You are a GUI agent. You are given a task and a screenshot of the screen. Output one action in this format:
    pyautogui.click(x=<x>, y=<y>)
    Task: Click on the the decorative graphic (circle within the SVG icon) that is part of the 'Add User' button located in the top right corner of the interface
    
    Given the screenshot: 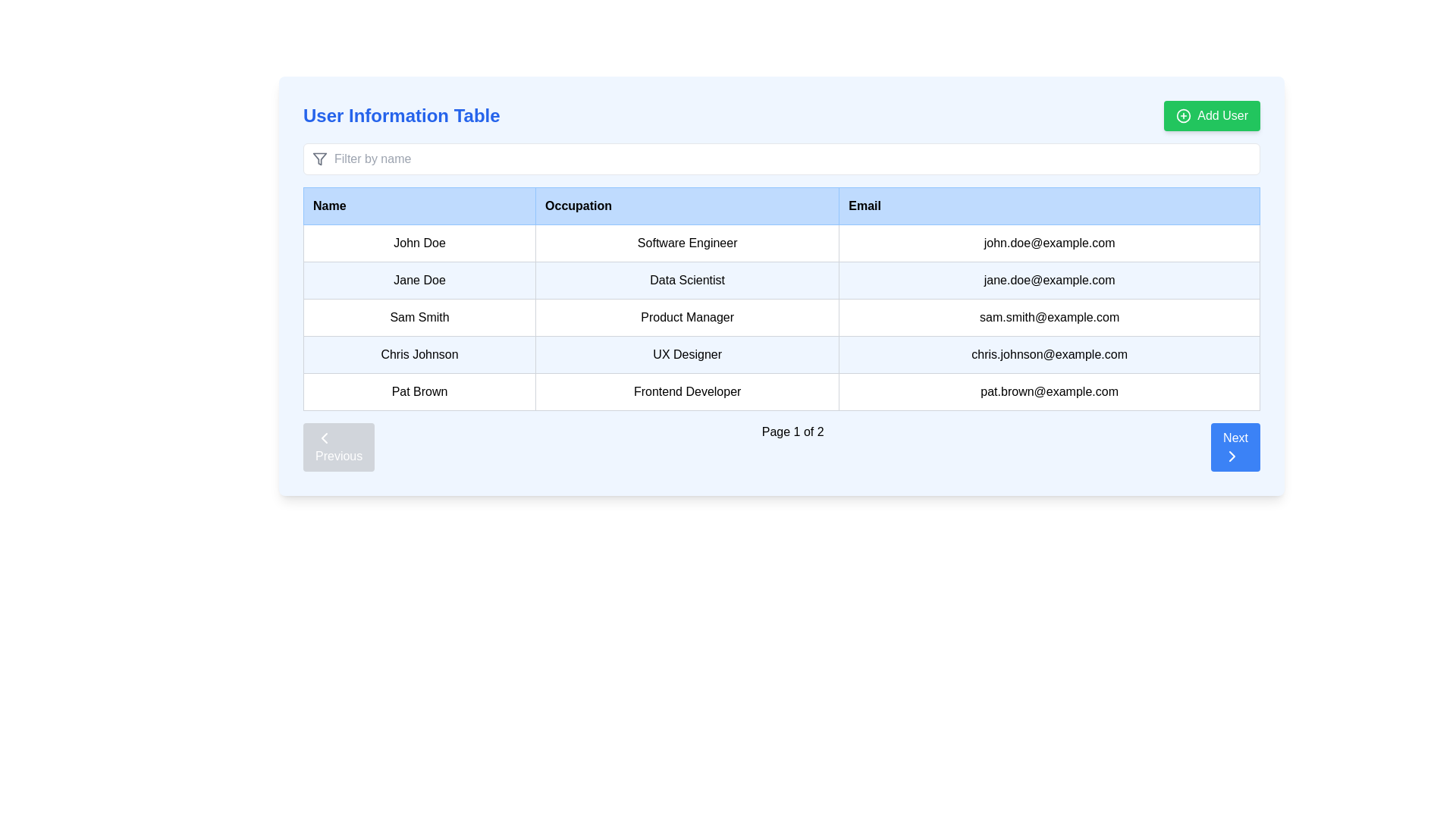 What is the action you would take?
    pyautogui.click(x=1183, y=115)
    